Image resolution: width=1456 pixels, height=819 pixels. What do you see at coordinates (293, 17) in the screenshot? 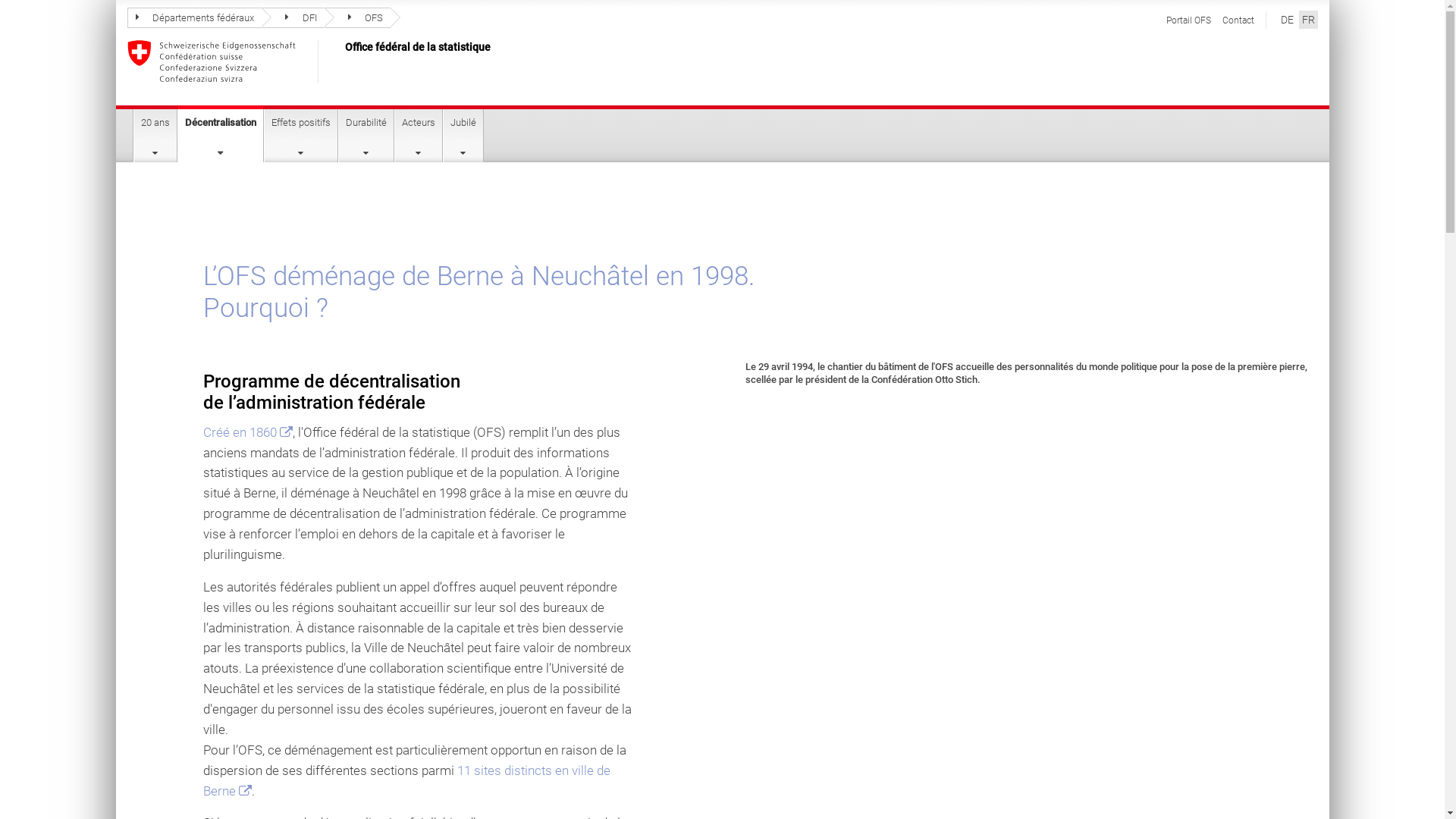
I see `'DFI'` at bounding box center [293, 17].